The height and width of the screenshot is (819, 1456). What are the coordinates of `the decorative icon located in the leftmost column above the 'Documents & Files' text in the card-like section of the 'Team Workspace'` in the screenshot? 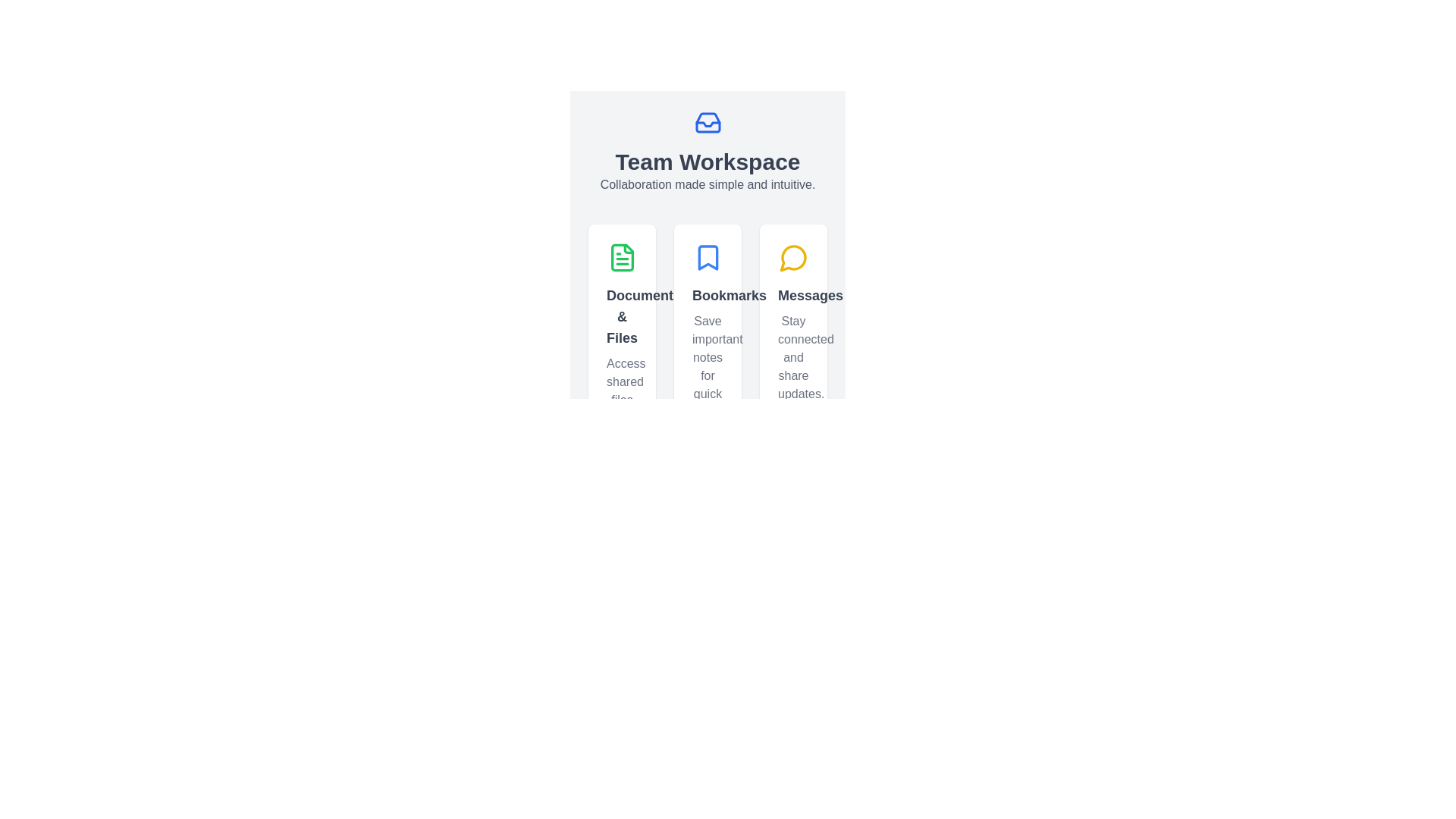 It's located at (622, 256).